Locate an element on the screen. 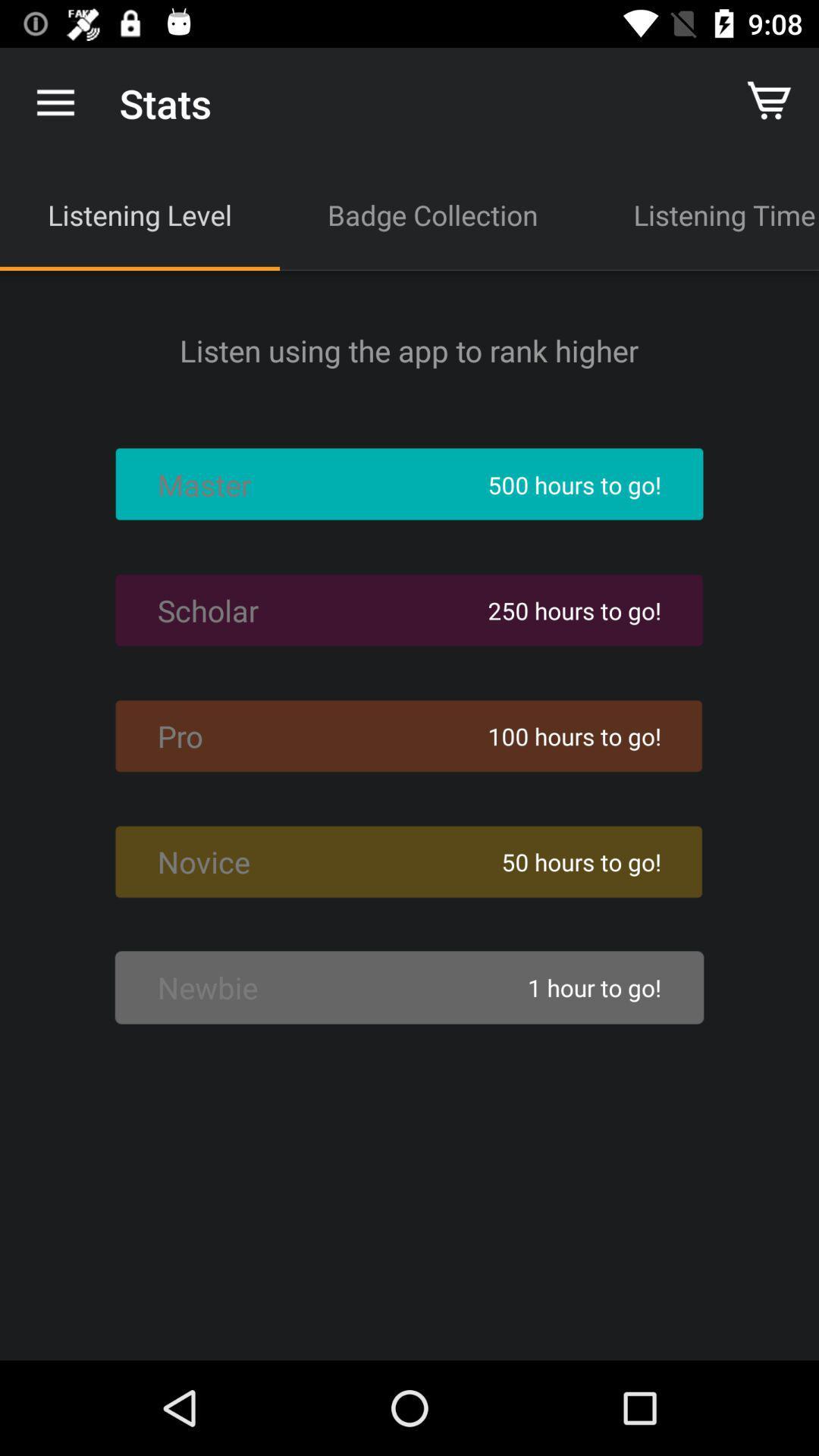 The height and width of the screenshot is (1456, 819). the app next to the badge collection is located at coordinates (702, 214).